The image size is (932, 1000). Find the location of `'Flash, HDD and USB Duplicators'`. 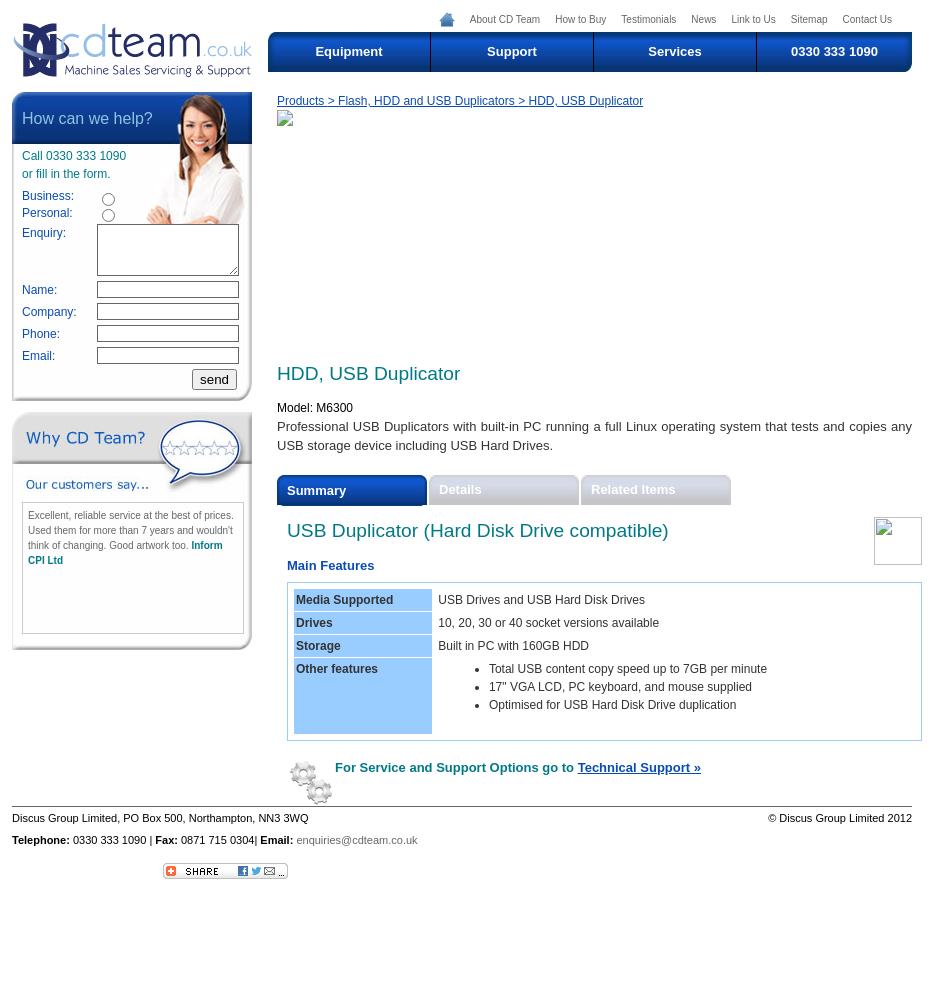

'Flash, HDD and USB Duplicators' is located at coordinates (427, 100).